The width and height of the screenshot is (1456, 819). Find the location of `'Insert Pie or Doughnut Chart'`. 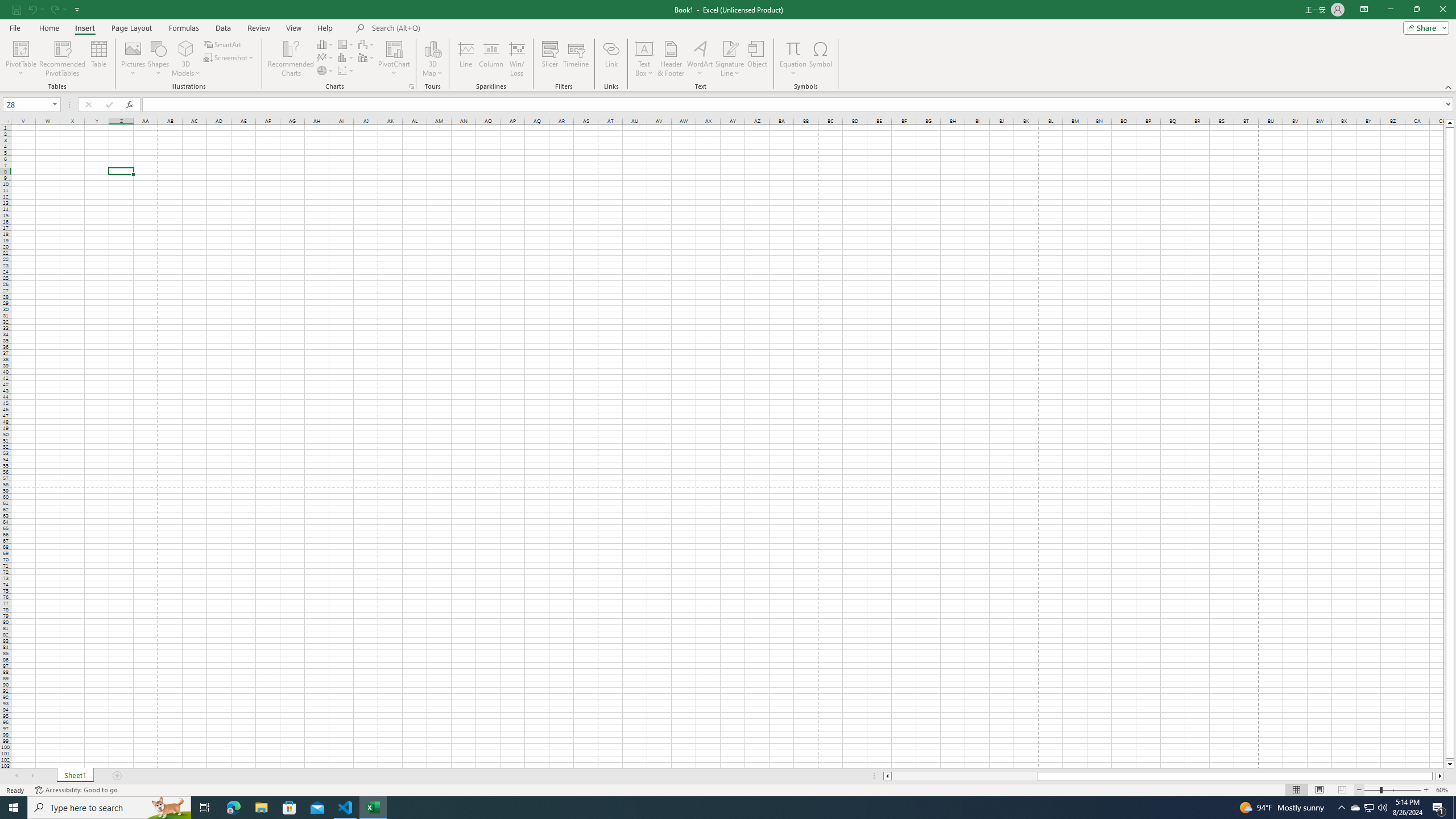

'Insert Pie or Doughnut Chart' is located at coordinates (325, 69).